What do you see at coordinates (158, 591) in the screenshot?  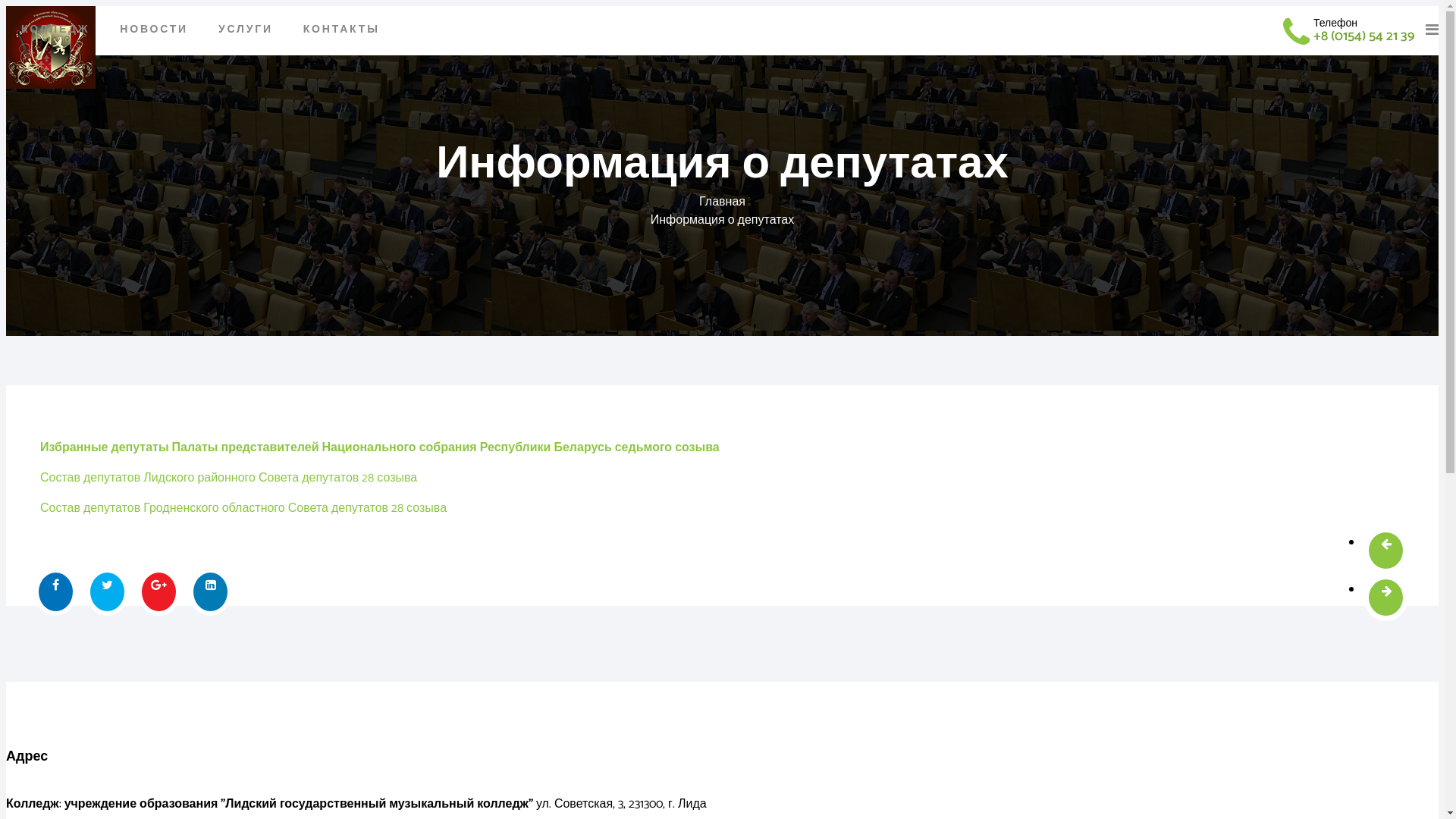 I see `'Share On Google Plus'` at bounding box center [158, 591].